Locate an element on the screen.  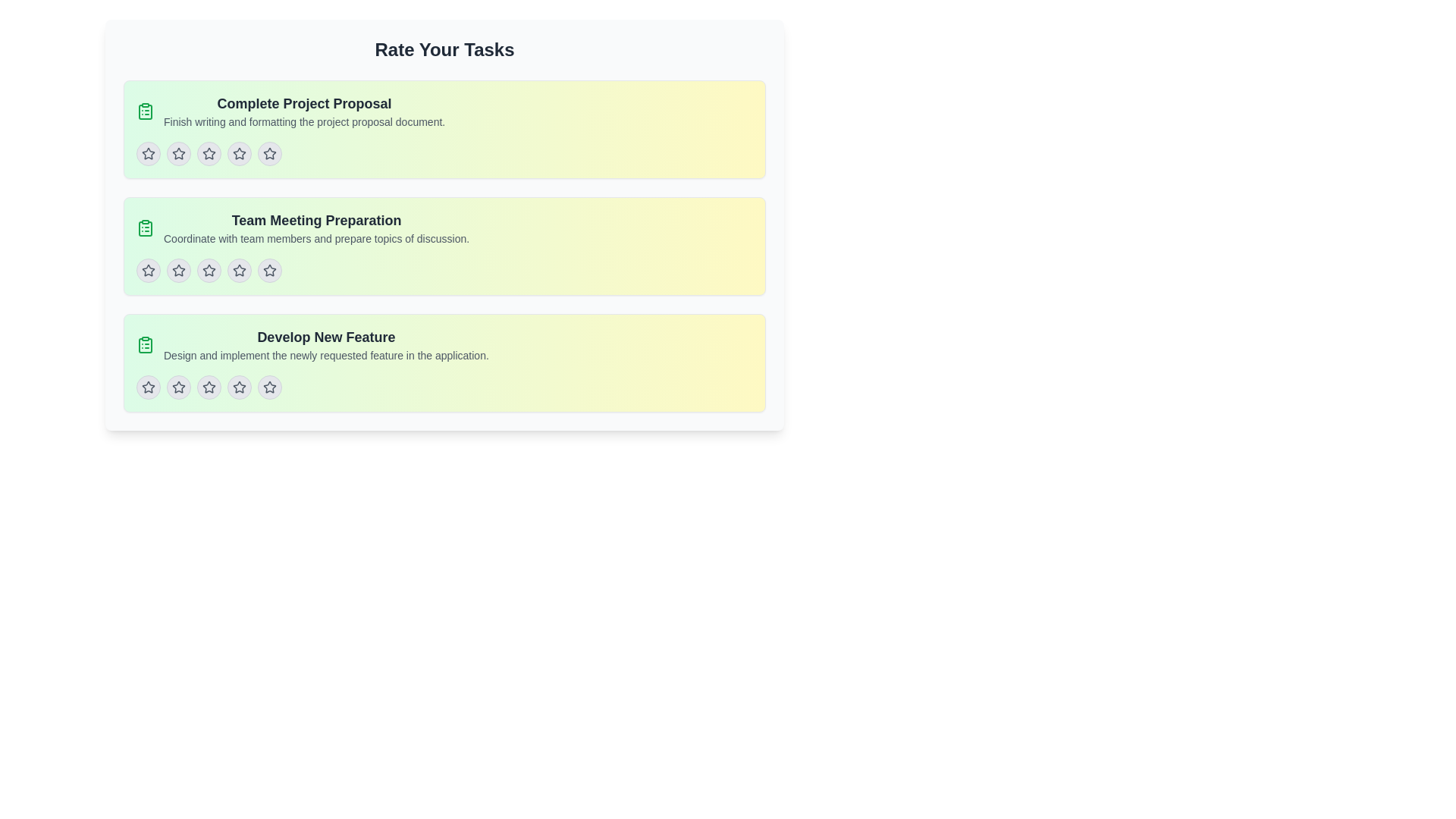
the second star icon in the rating section under 'Complete Project Proposal' is located at coordinates (207, 152).